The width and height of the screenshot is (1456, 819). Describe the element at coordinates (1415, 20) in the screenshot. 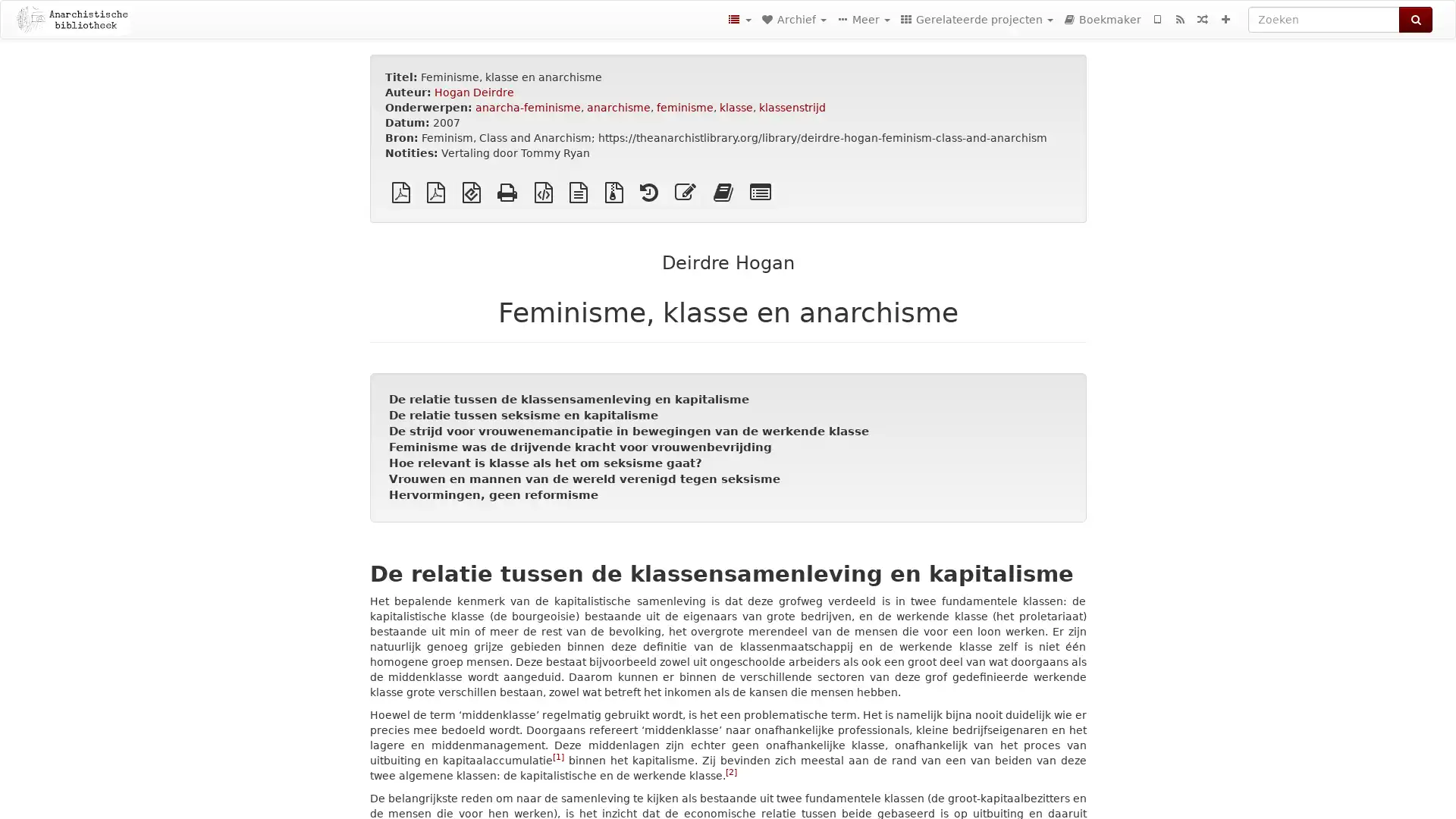

I see `Zoeken` at that location.